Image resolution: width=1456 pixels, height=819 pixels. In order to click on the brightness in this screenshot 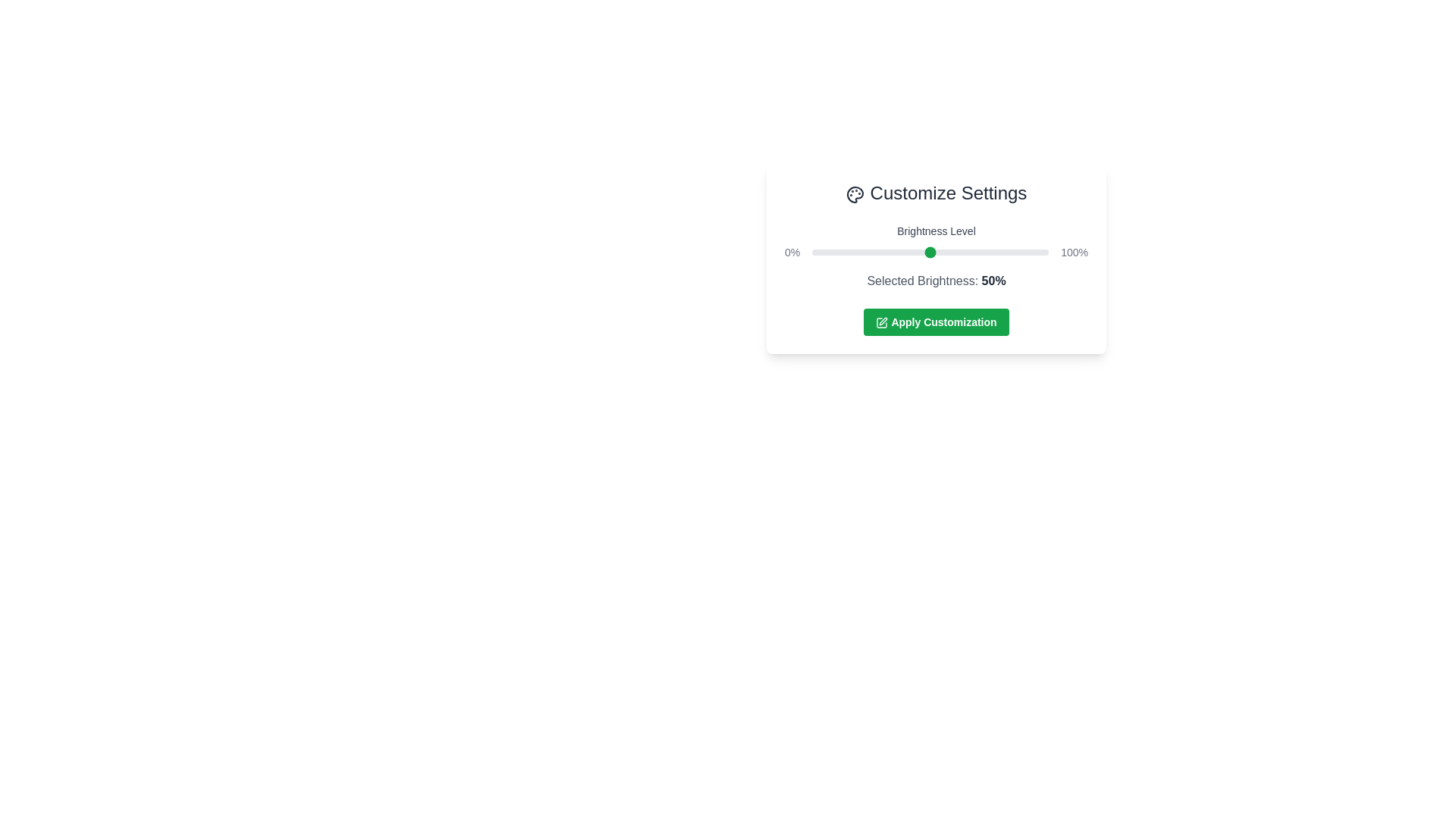, I will do `click(887, 251)`.